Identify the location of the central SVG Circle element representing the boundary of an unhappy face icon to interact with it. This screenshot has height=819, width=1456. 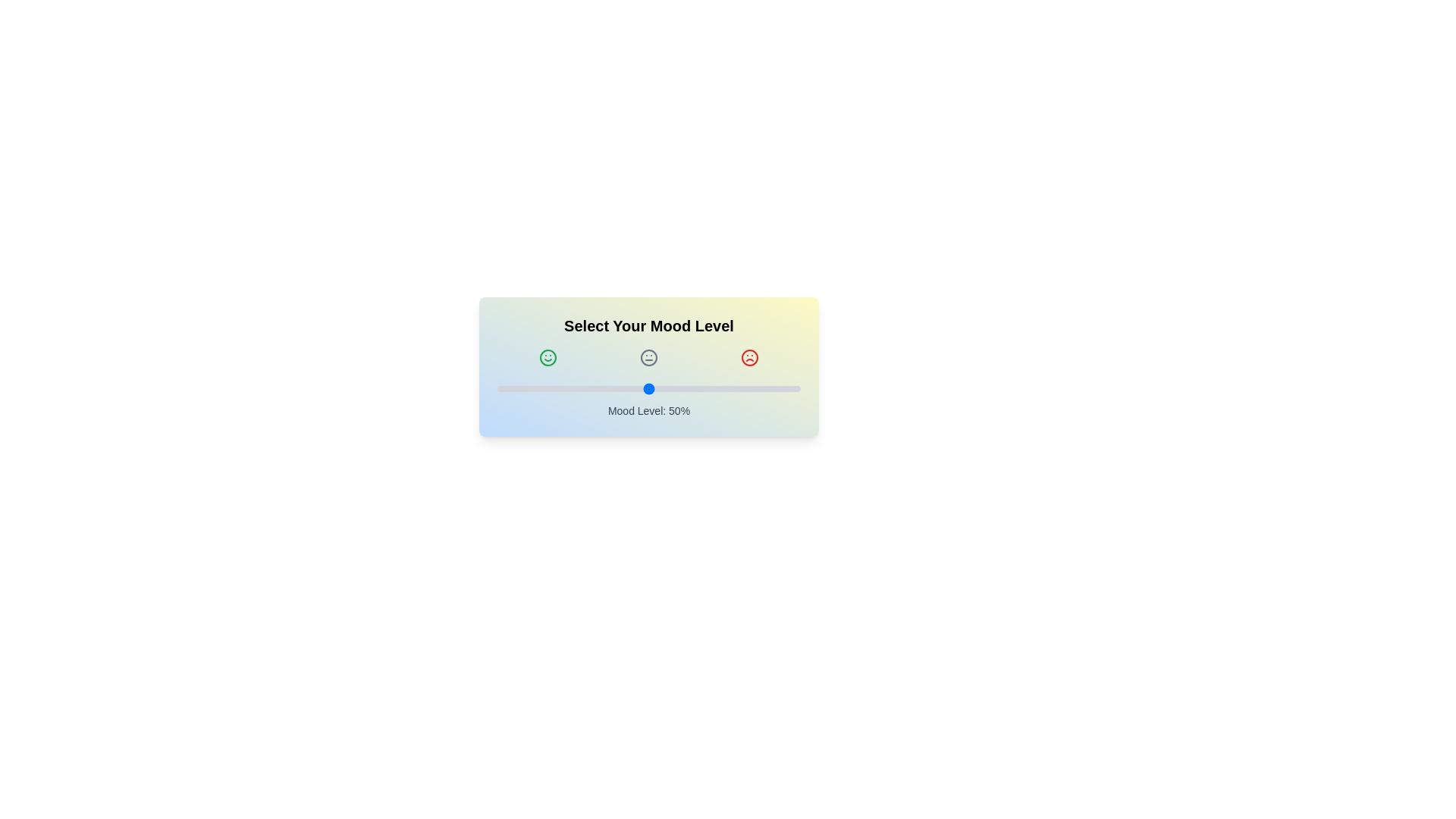
(750, 357).